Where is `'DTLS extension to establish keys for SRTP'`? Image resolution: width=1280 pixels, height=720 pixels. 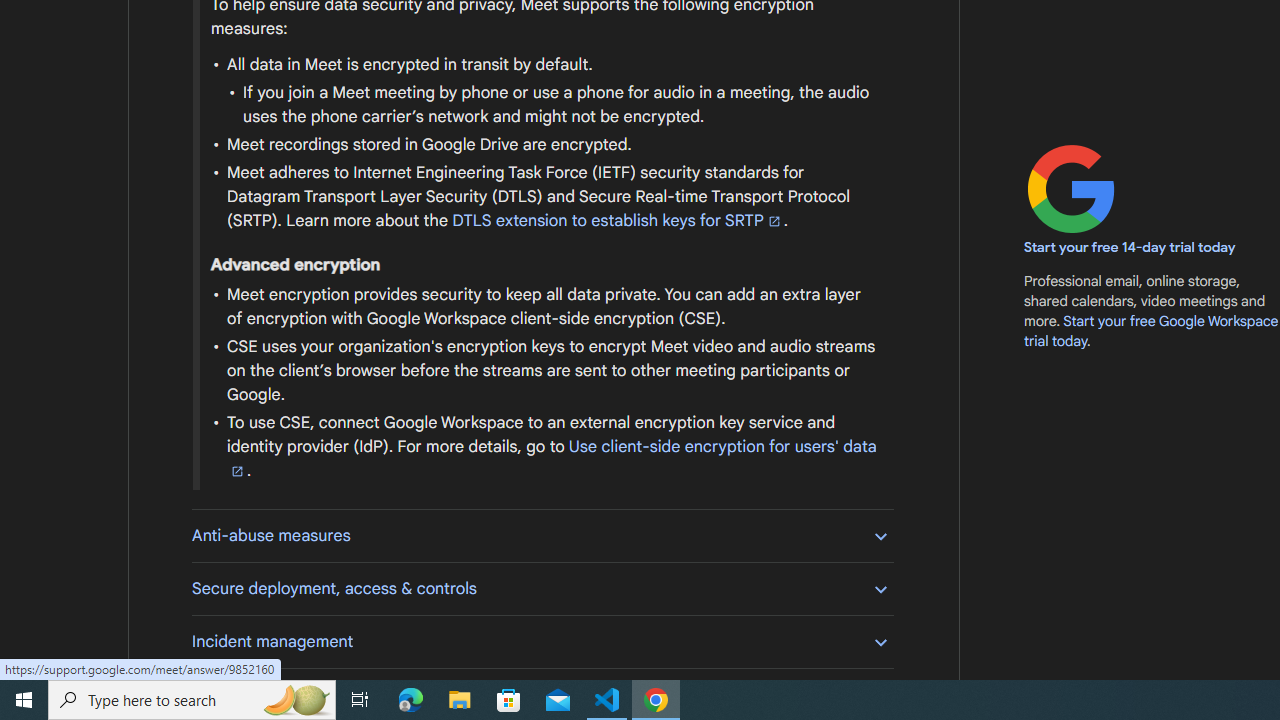
'DTLS extension to establish keys for SRTP' is located at coordinates (616, 221).